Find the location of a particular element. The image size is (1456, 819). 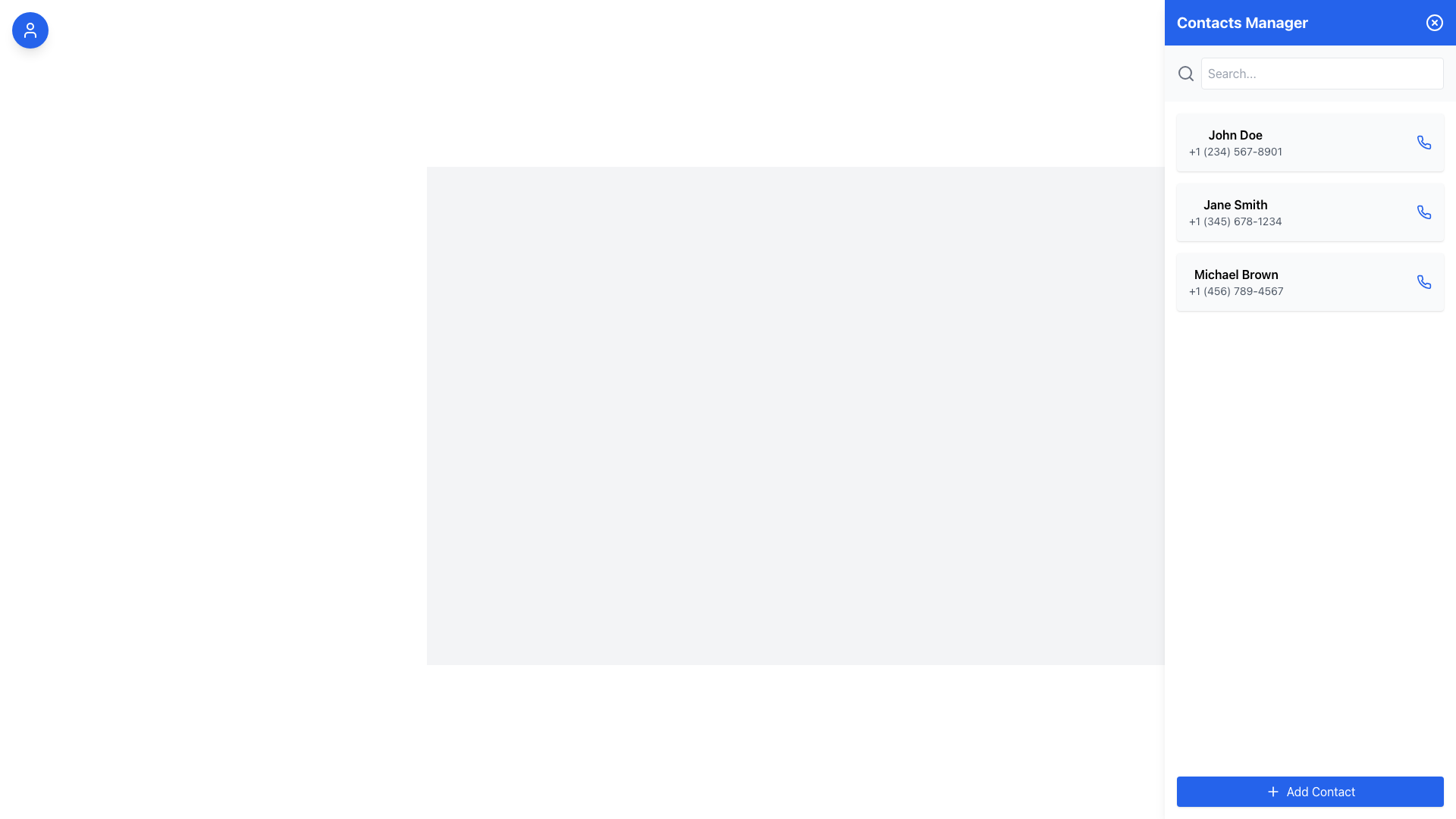

the Contact Information Display showing 'John Doe' and the phone number '+1 (234) 567-8901' in the Contacts Manager sidebar is located at coordinates (1235, 143).